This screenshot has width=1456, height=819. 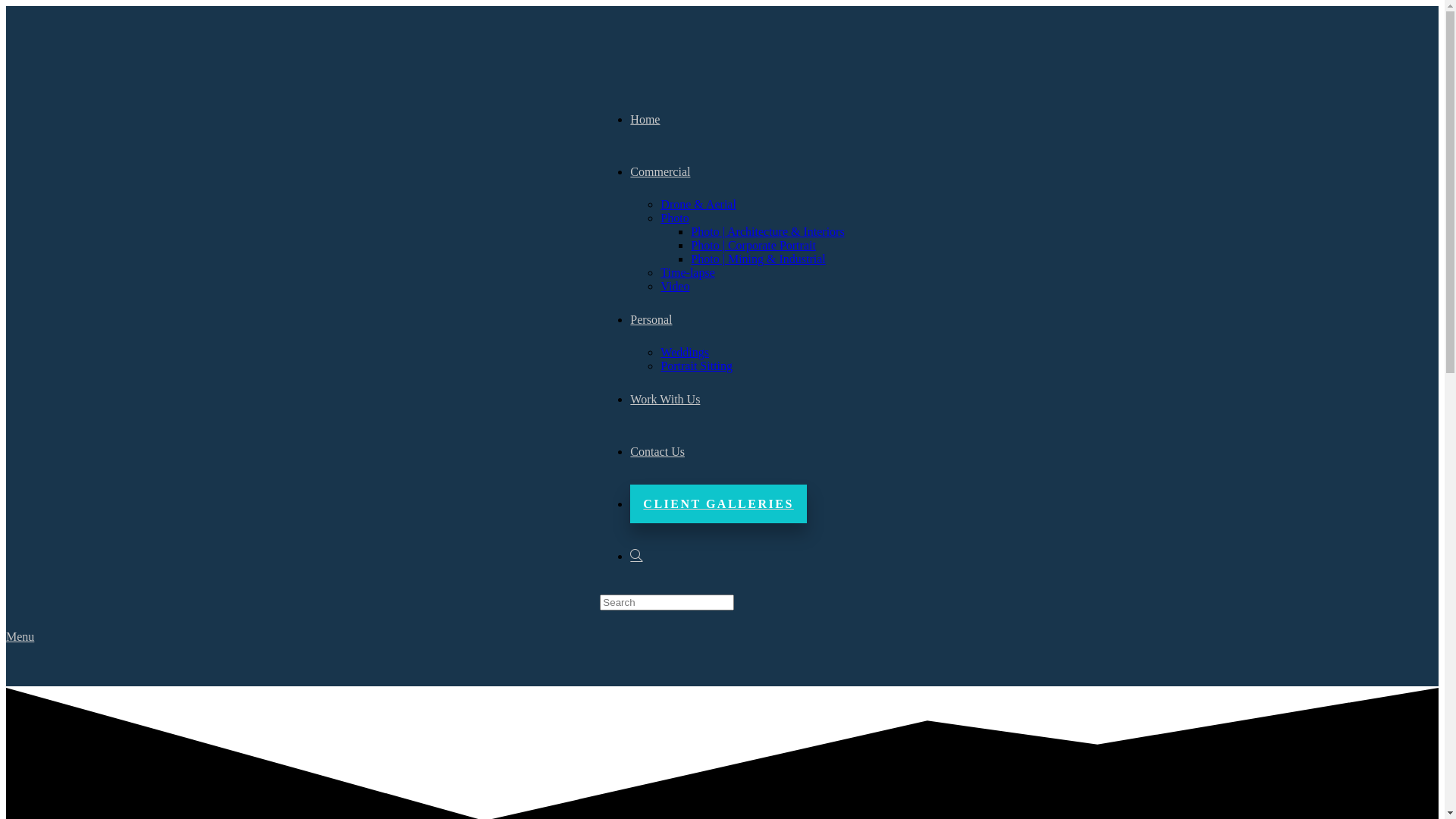 I want to click on 'Photo', so click(x=660, y=218).